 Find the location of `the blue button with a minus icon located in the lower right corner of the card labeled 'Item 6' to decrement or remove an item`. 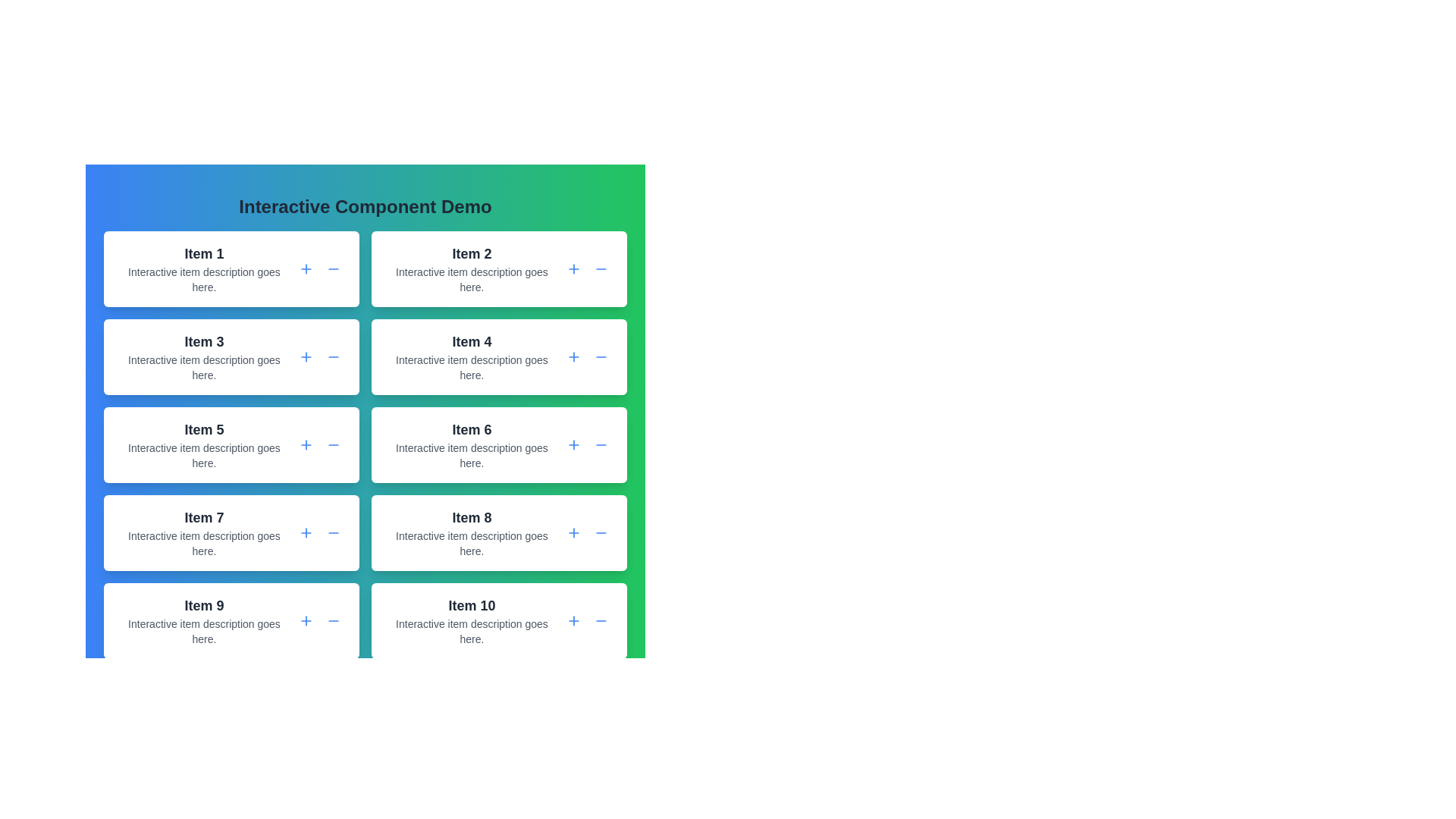

the blue button with a minus icon located in the lower right corner of the card labeled 'Item 6' to decrement or remove an item is located at coordinates (600, 444).